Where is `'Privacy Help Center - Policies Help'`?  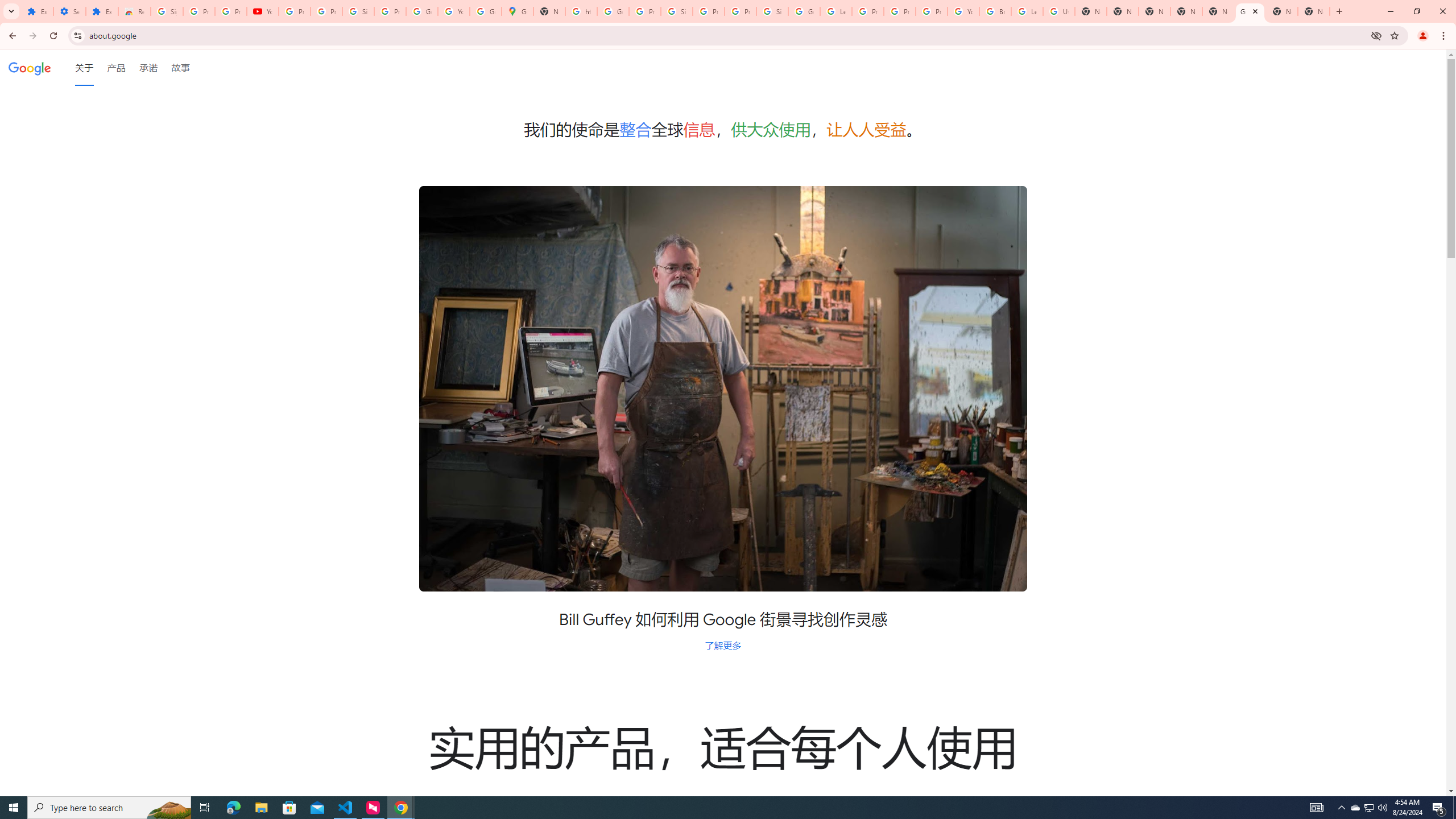
'Privacy Help Center - Policies Help' is located at coordinates (868, 11).